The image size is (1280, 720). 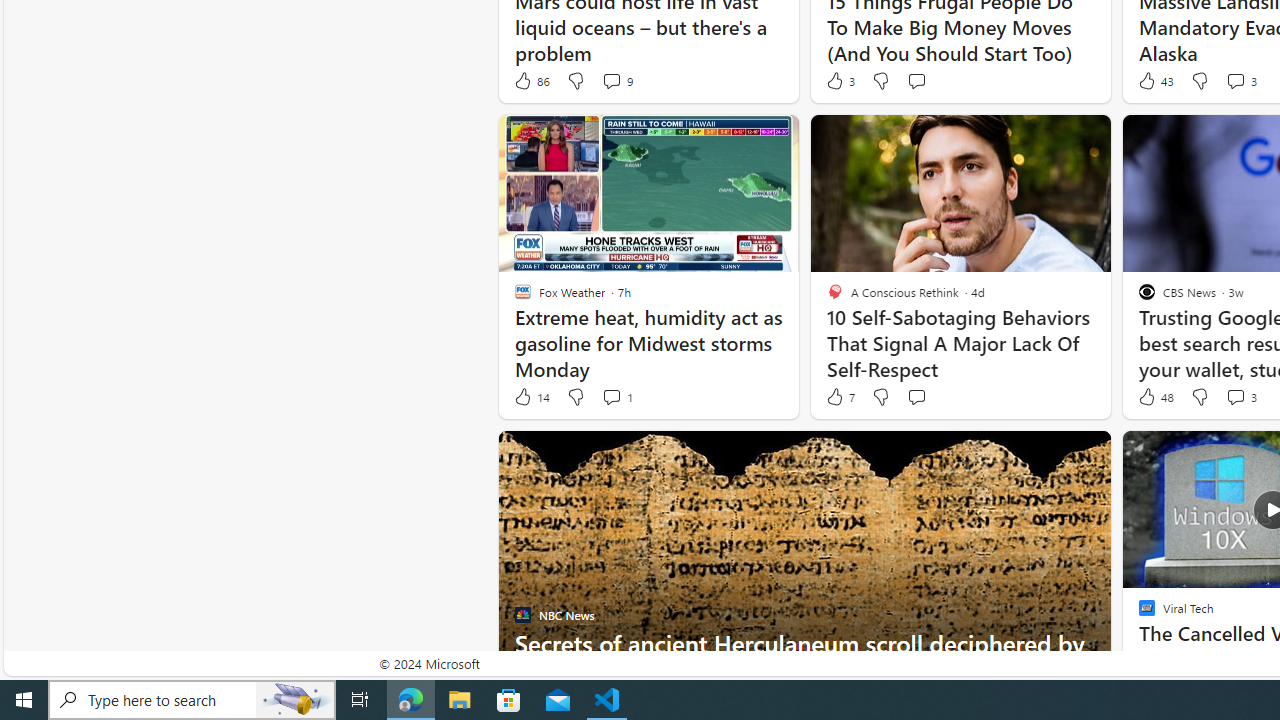 I want to click on '14 Like', so click(x=531, y=397).